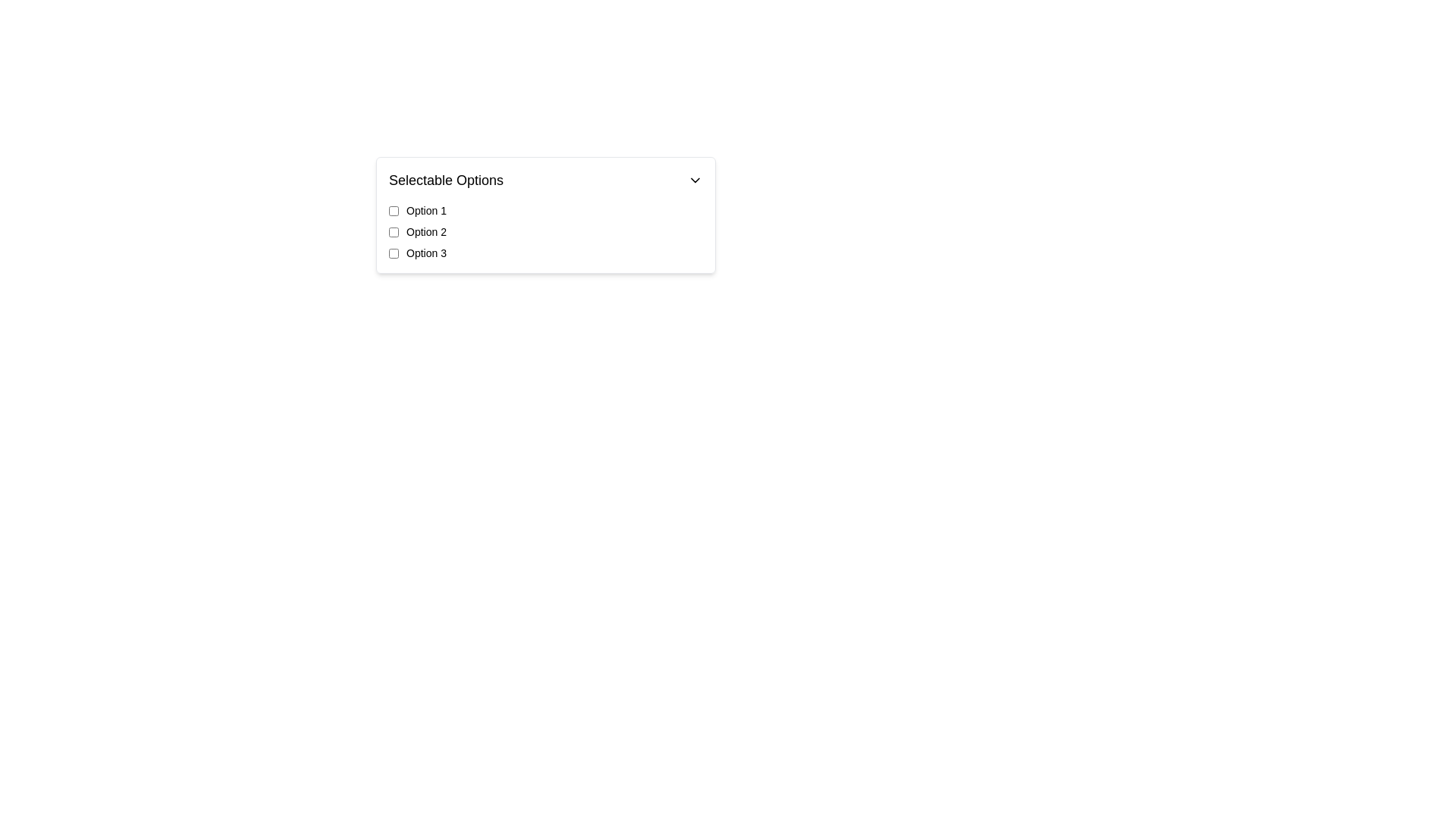  Describe the element at coordinates (425, 231) in the screenshot. I see `the text label 'Option 2' which serves as a label for the associated checkbox in the 'Selectable Options' group` at that location.